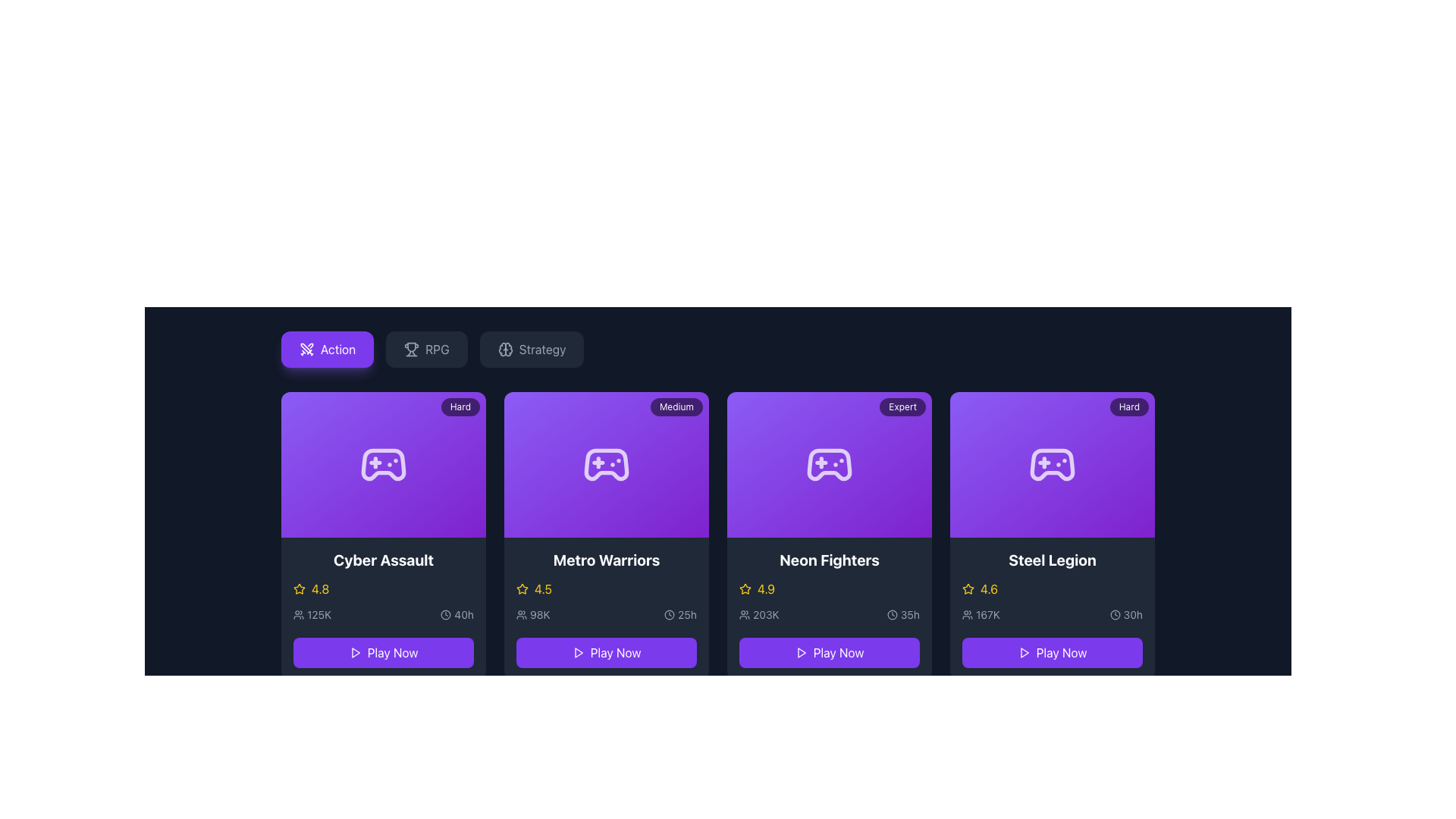 The image size is (1456, 819). Describe the element at coordinates (837, 651) in the screenshot. I see `the 'Play Now' text label, which is displayed in white capitalized bold sans-serif font, located within the third card labeled 'Neon Fighters' at the bottom of the card` at that location.